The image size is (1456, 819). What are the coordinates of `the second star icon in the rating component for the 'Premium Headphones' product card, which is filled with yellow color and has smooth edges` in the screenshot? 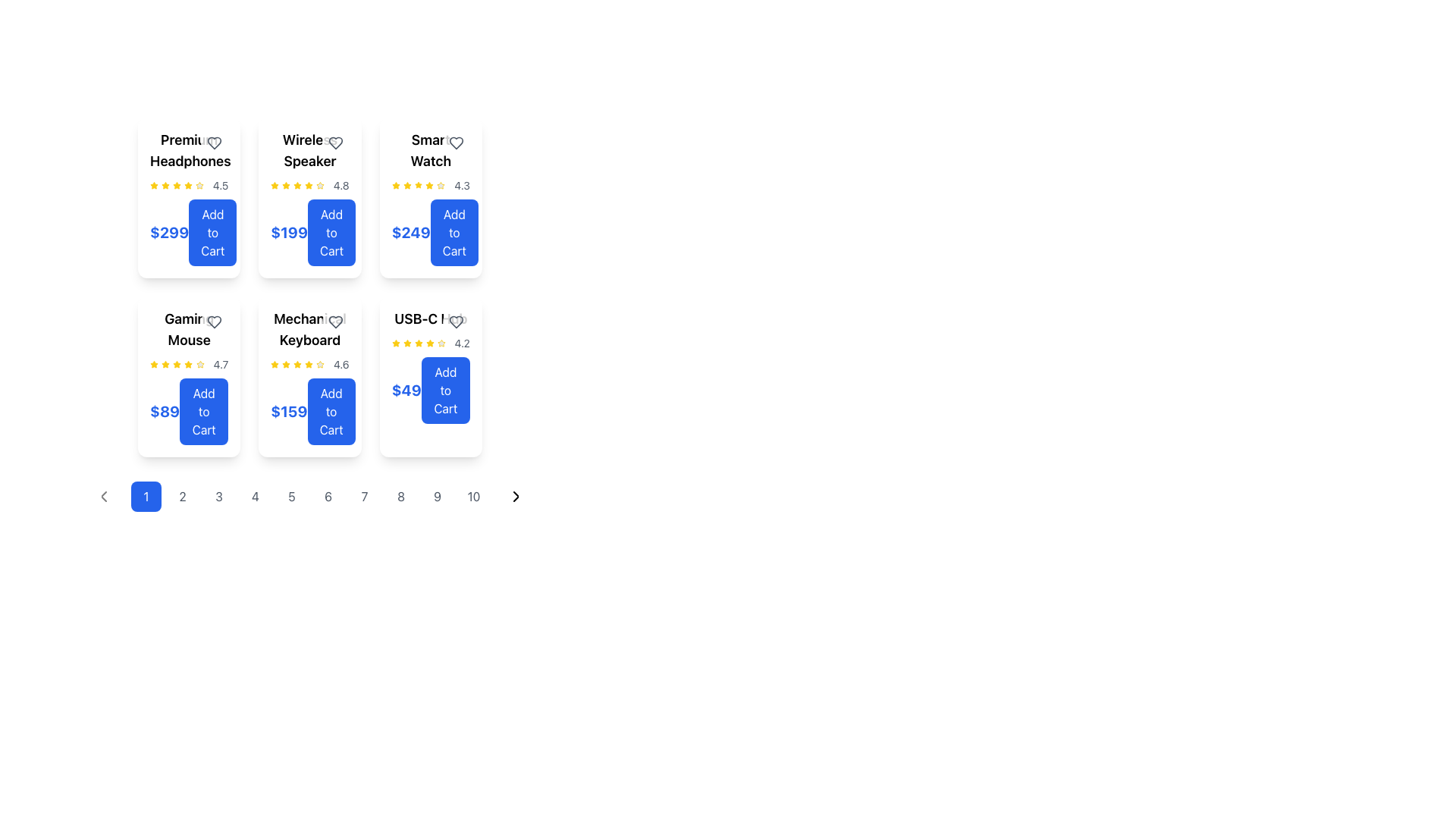 It's located at (177, 184).